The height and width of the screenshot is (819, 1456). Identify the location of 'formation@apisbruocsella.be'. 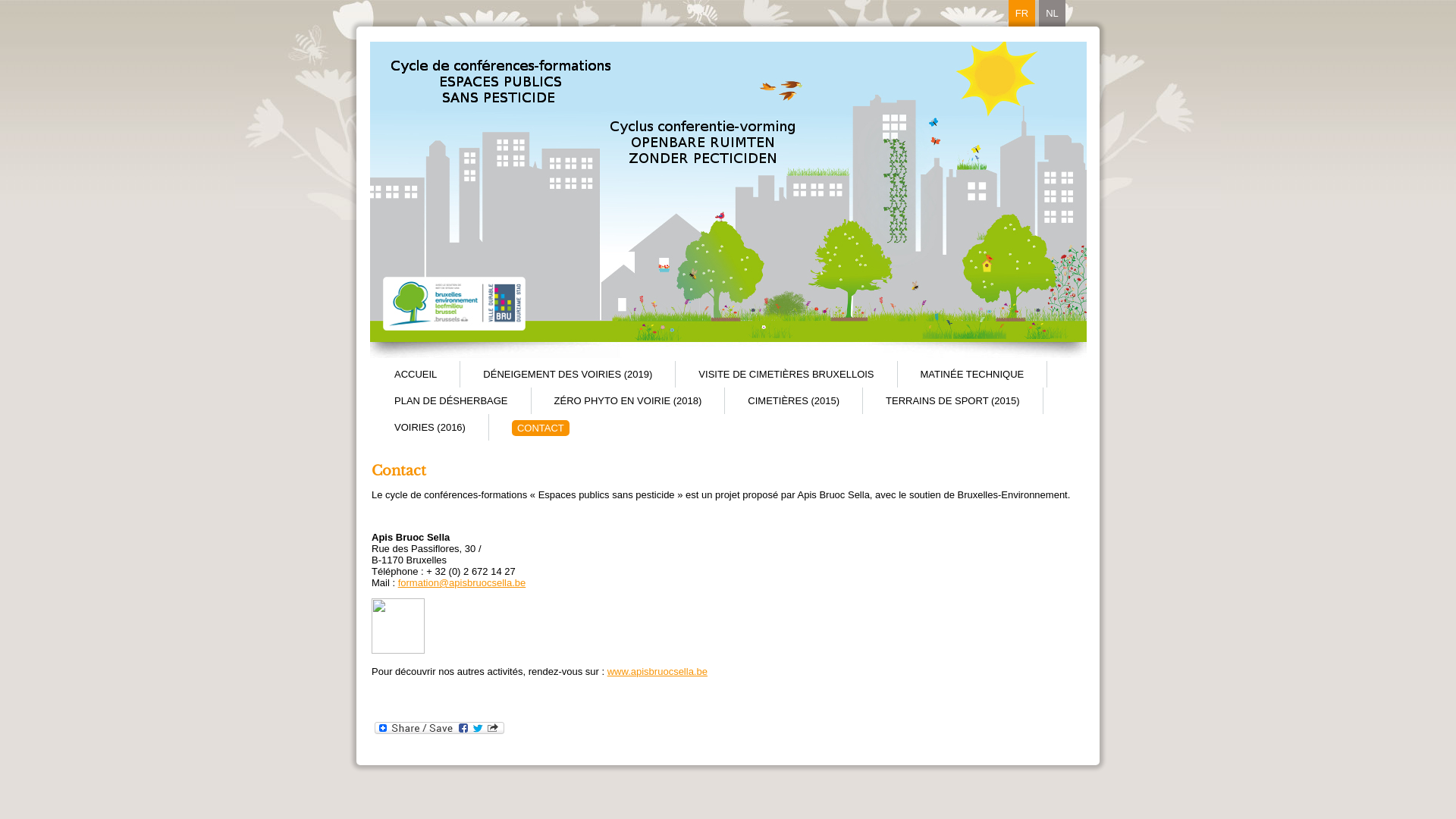
(461, 582).